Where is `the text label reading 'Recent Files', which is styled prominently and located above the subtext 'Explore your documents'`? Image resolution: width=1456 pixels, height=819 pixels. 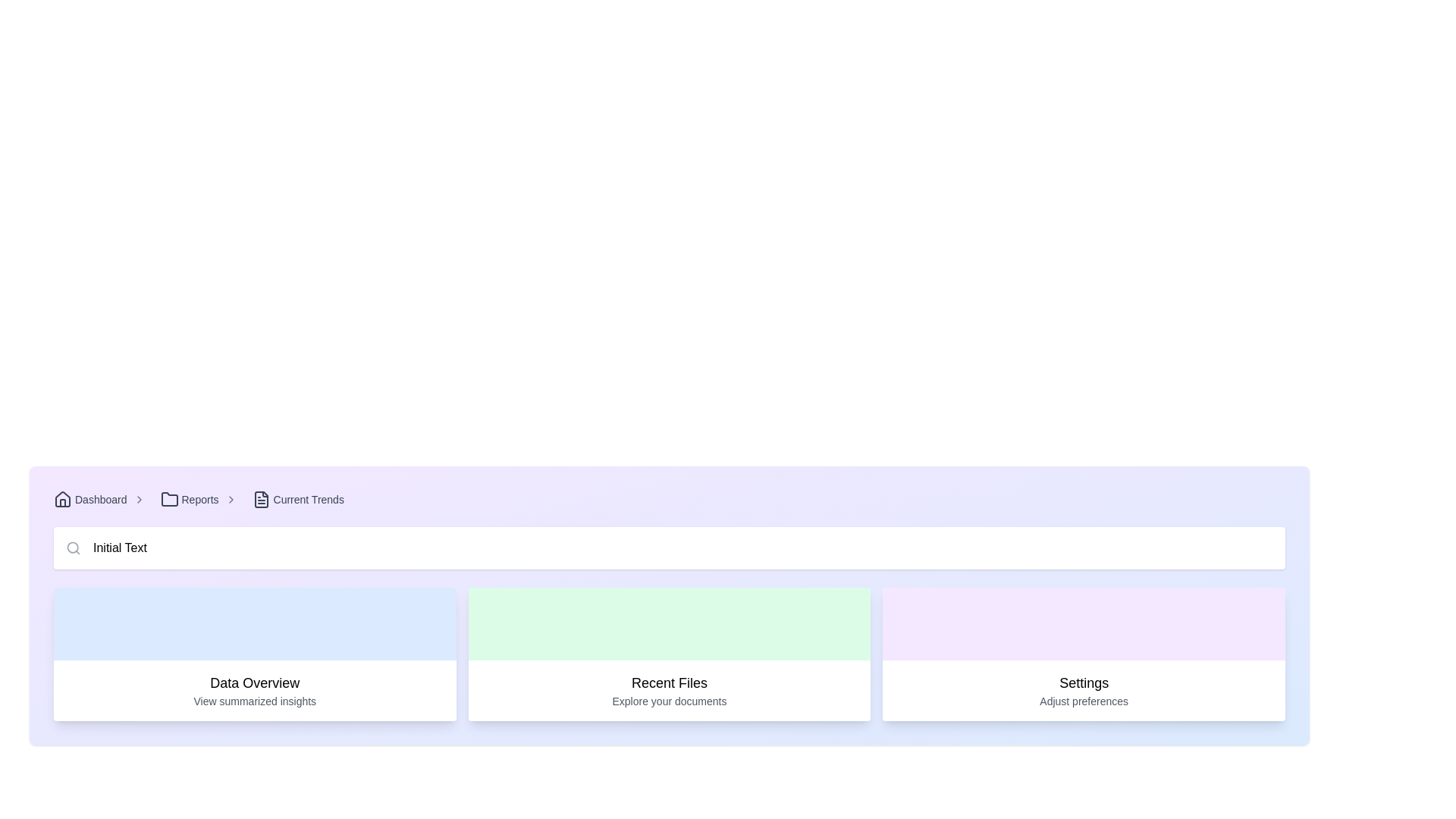
the text label reading 'Recent Files', which is styled prominently and located above the subtext 'Explore your documents' is located at coordinates (669, 683).